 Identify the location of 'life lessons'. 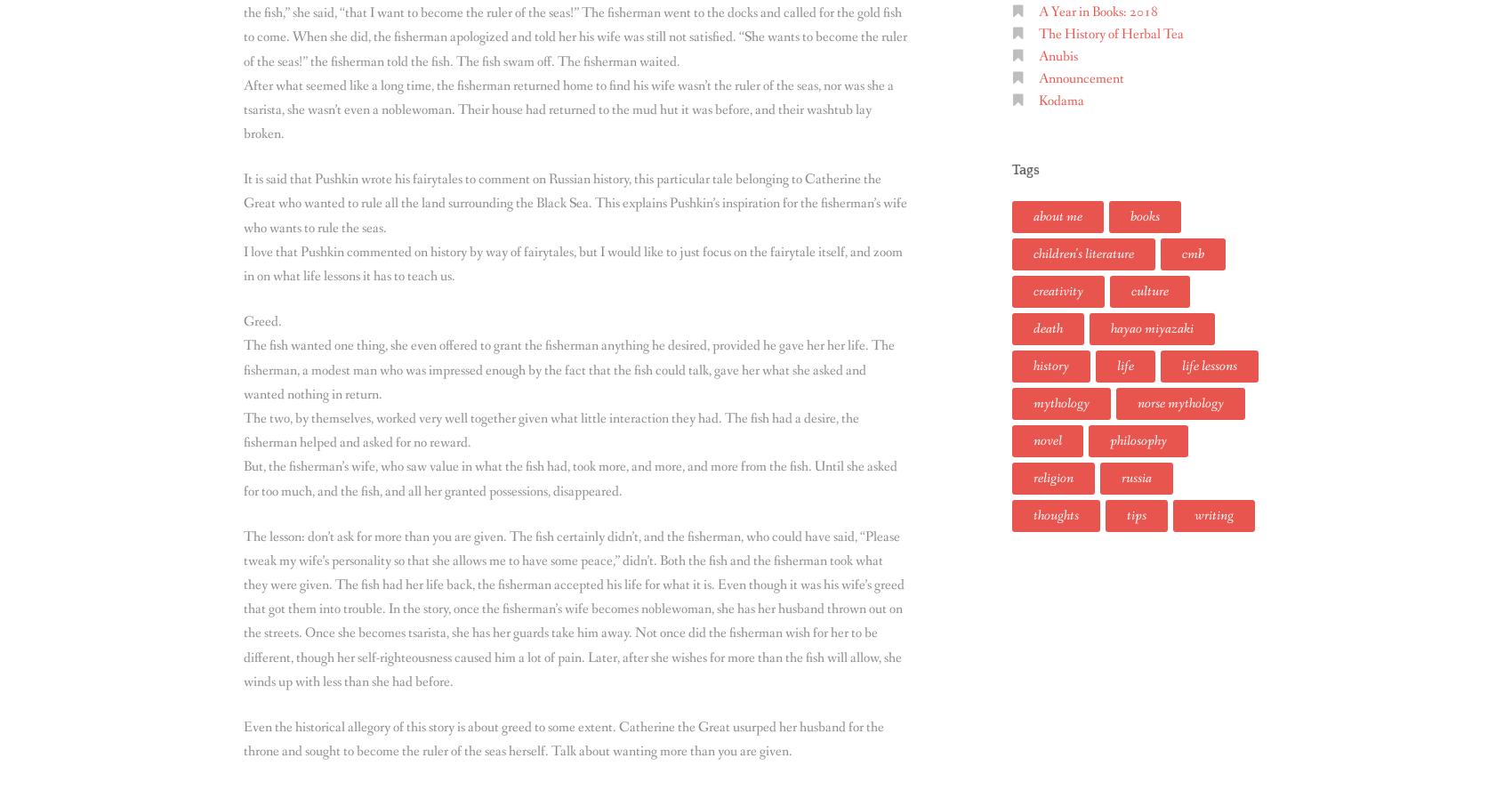
(1210, 365).